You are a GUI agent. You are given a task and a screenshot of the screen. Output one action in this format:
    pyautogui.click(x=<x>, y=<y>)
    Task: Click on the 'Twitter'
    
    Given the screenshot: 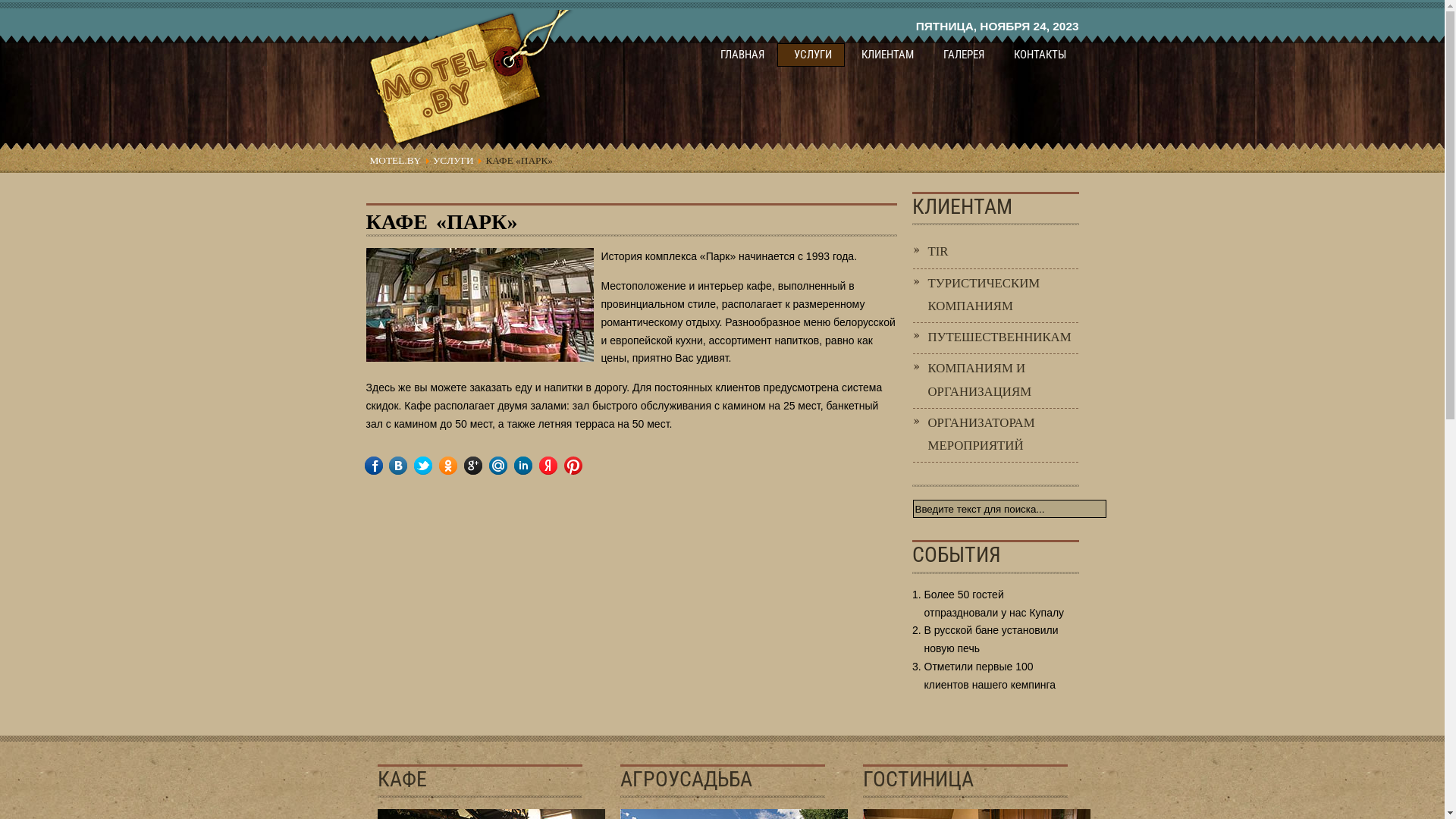 What is the action you would take?
    pyautogui.click(x=422, y=464)
    